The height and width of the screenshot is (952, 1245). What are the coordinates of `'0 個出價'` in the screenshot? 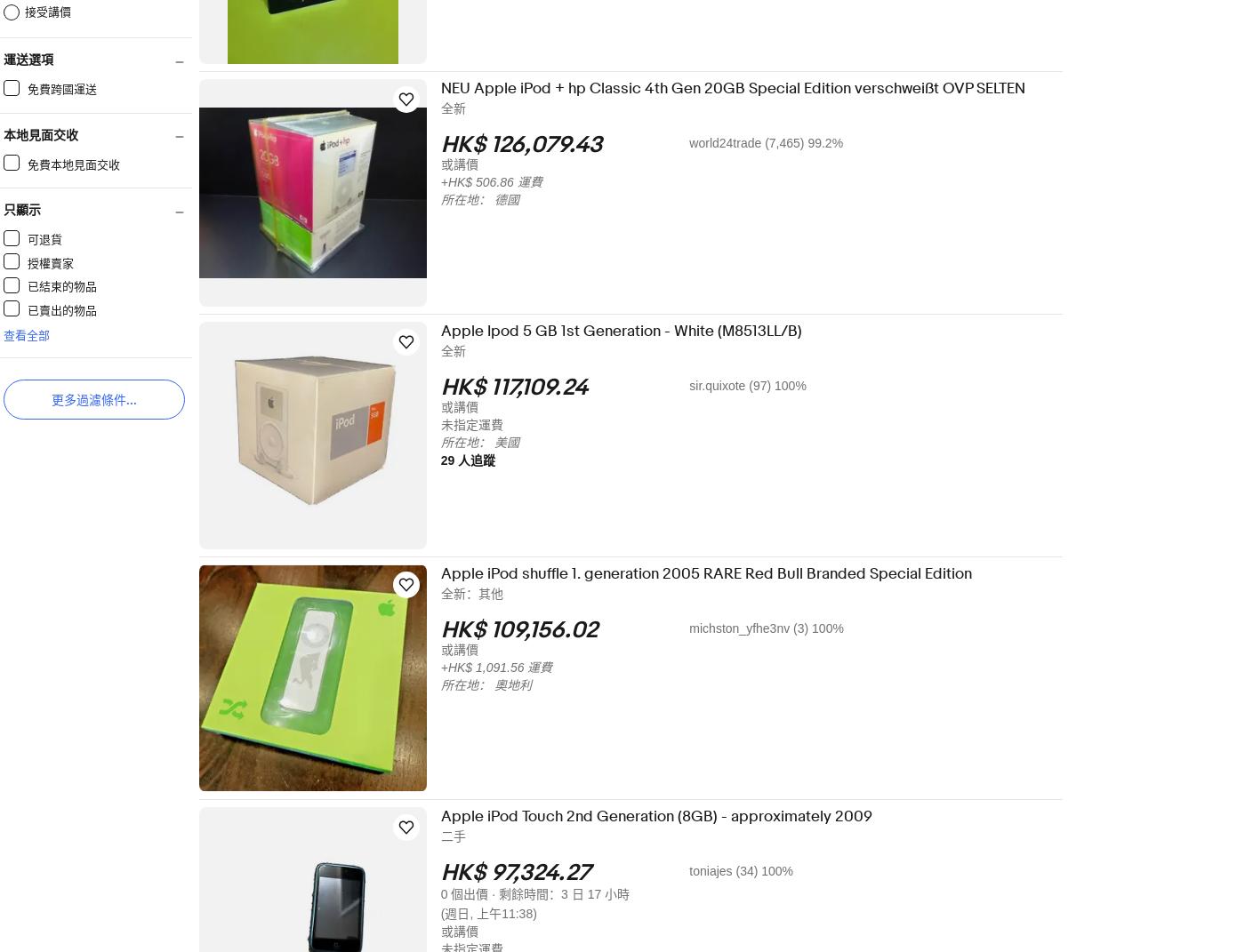 It's located at (476, 893).